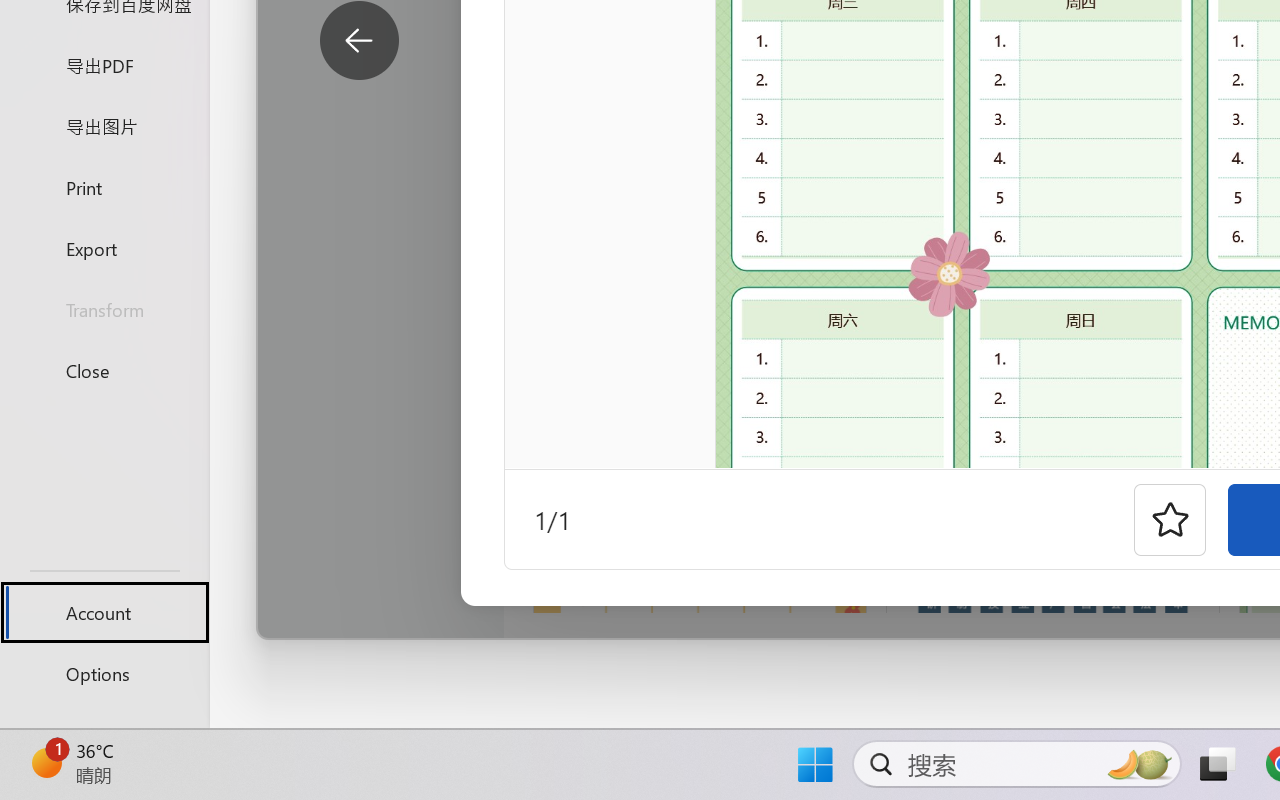  Describe the element at coordinates (103, 308) in the screenshot. I see `'Transform'` at that location.